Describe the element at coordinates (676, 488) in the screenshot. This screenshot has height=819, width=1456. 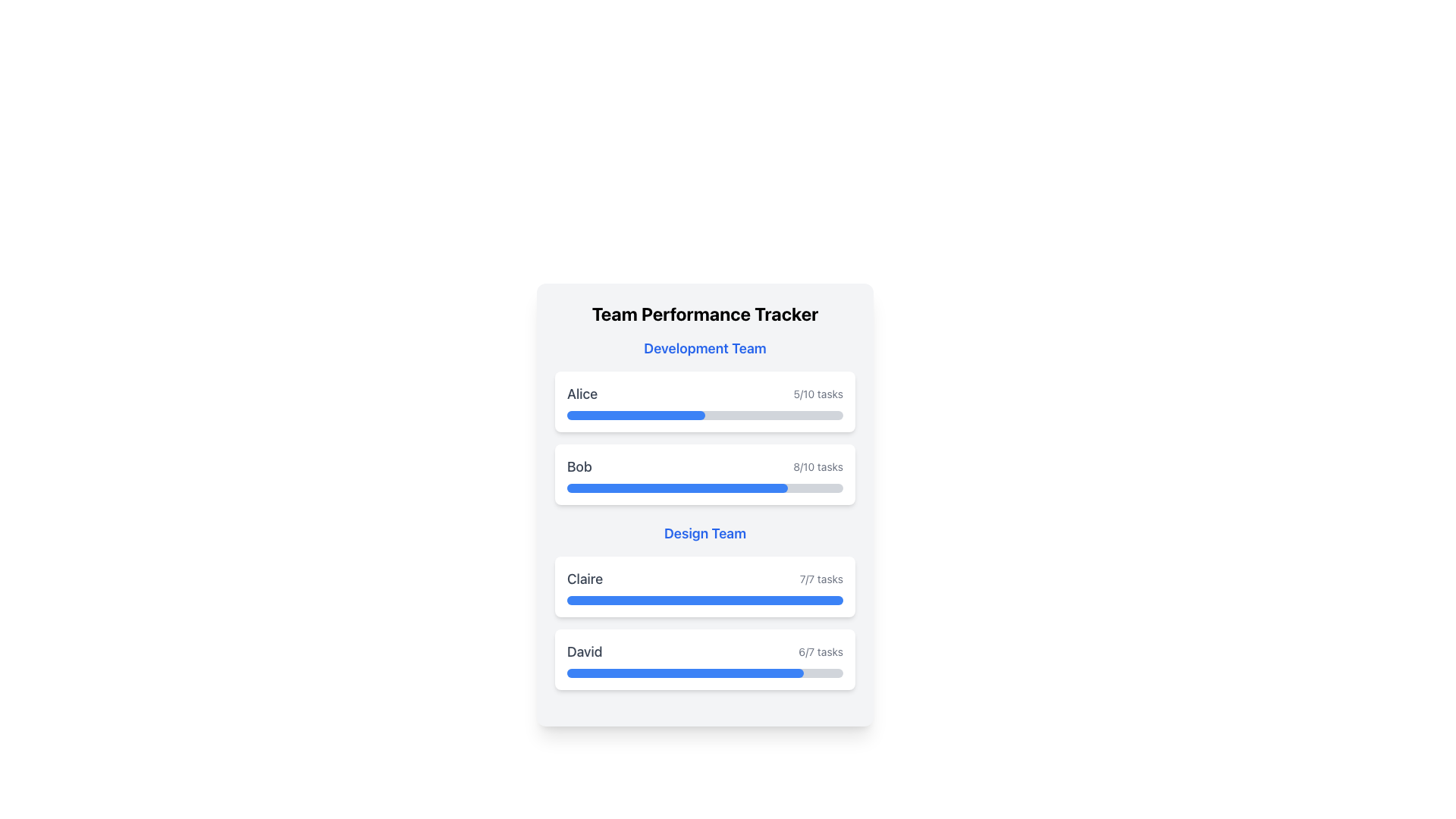
I see `the blue progress bar located in the 'Development Team' section, which is filled to approximately 80% and situated below the label 'Bob' and above the numerical indicator of 8/10 tasks` at that location.